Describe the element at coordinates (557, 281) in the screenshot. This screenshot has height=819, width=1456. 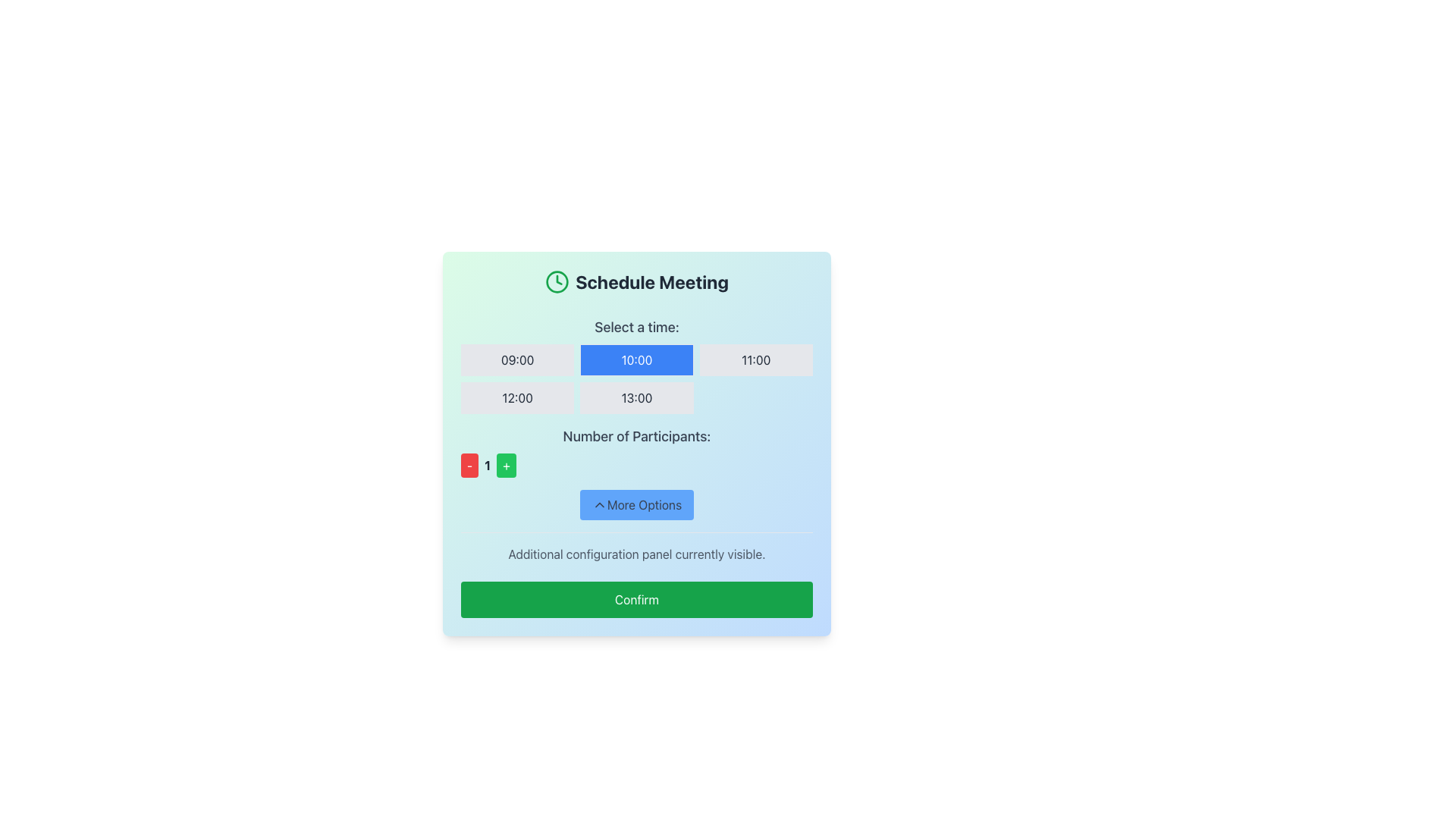
I see `the circle icon that is part of the clock icon located to the left of the 'Schedule Meeting' heading, which has a green outline` at that location.